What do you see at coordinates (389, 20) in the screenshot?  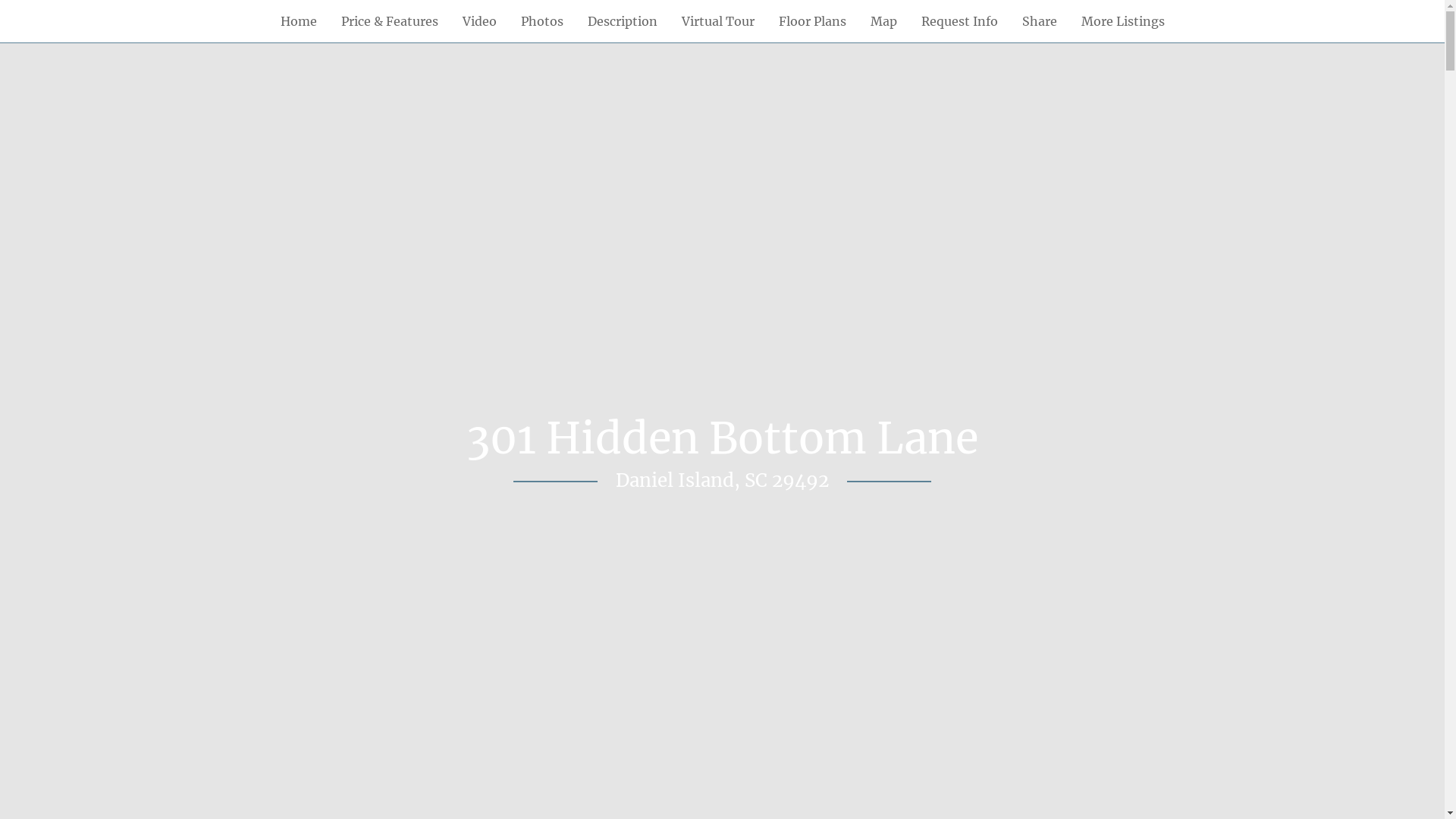 I see `'Price & Features'` at bounding box center [389, 20].